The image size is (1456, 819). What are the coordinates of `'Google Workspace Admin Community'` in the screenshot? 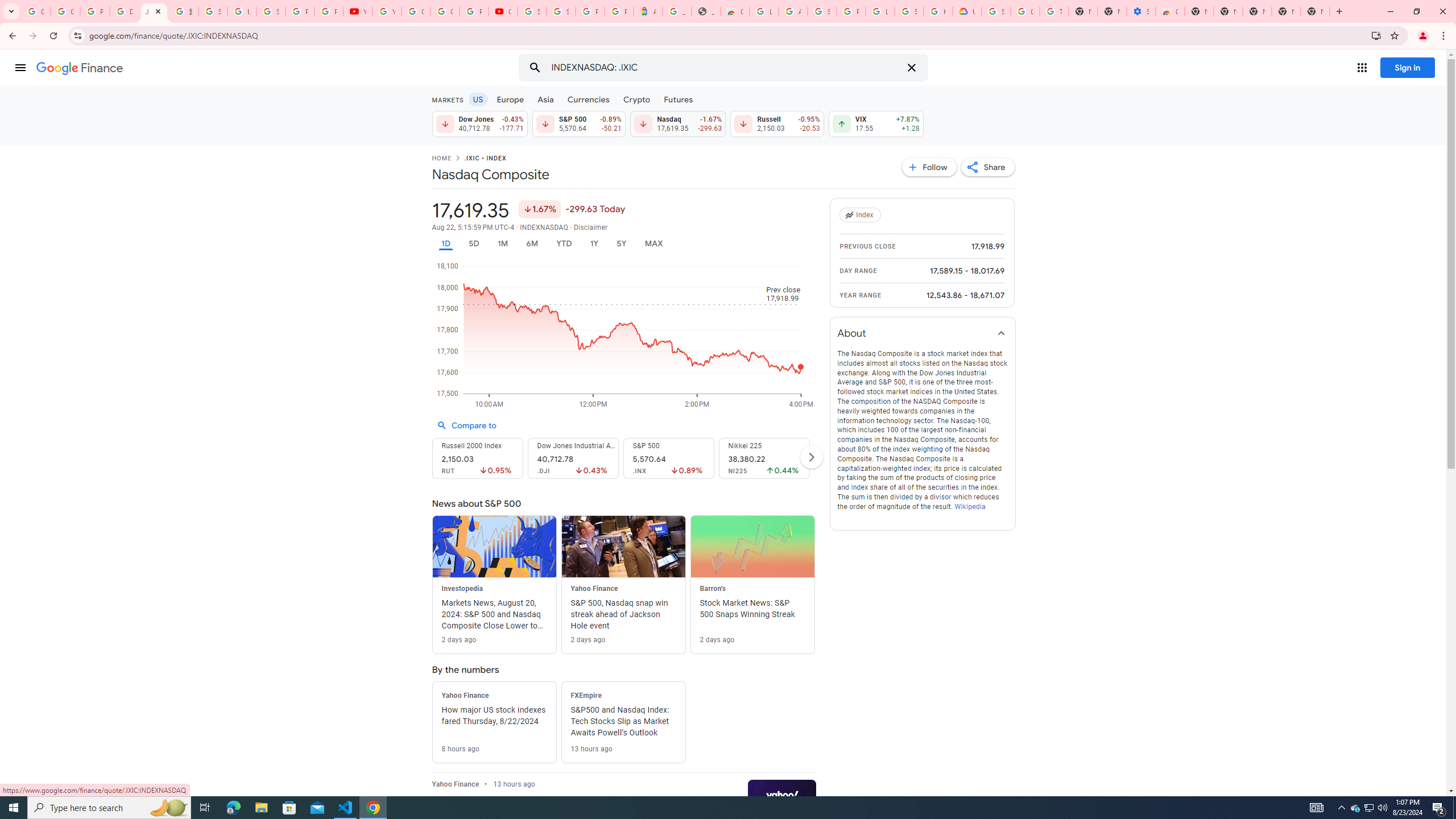 It's located at (35, 11).